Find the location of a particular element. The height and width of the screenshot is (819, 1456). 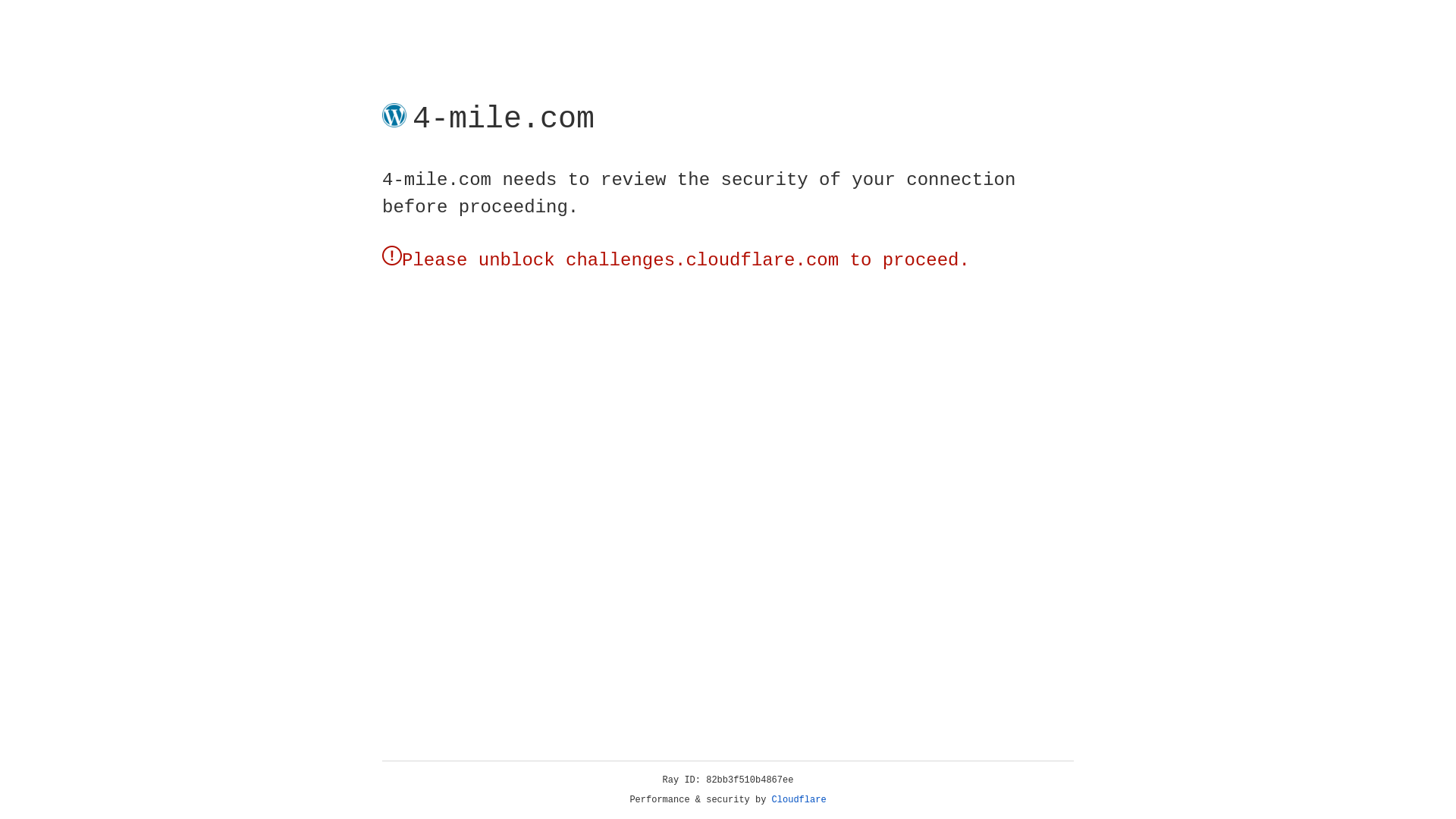

'Cloudflare' is located at coordinates (771, 799).